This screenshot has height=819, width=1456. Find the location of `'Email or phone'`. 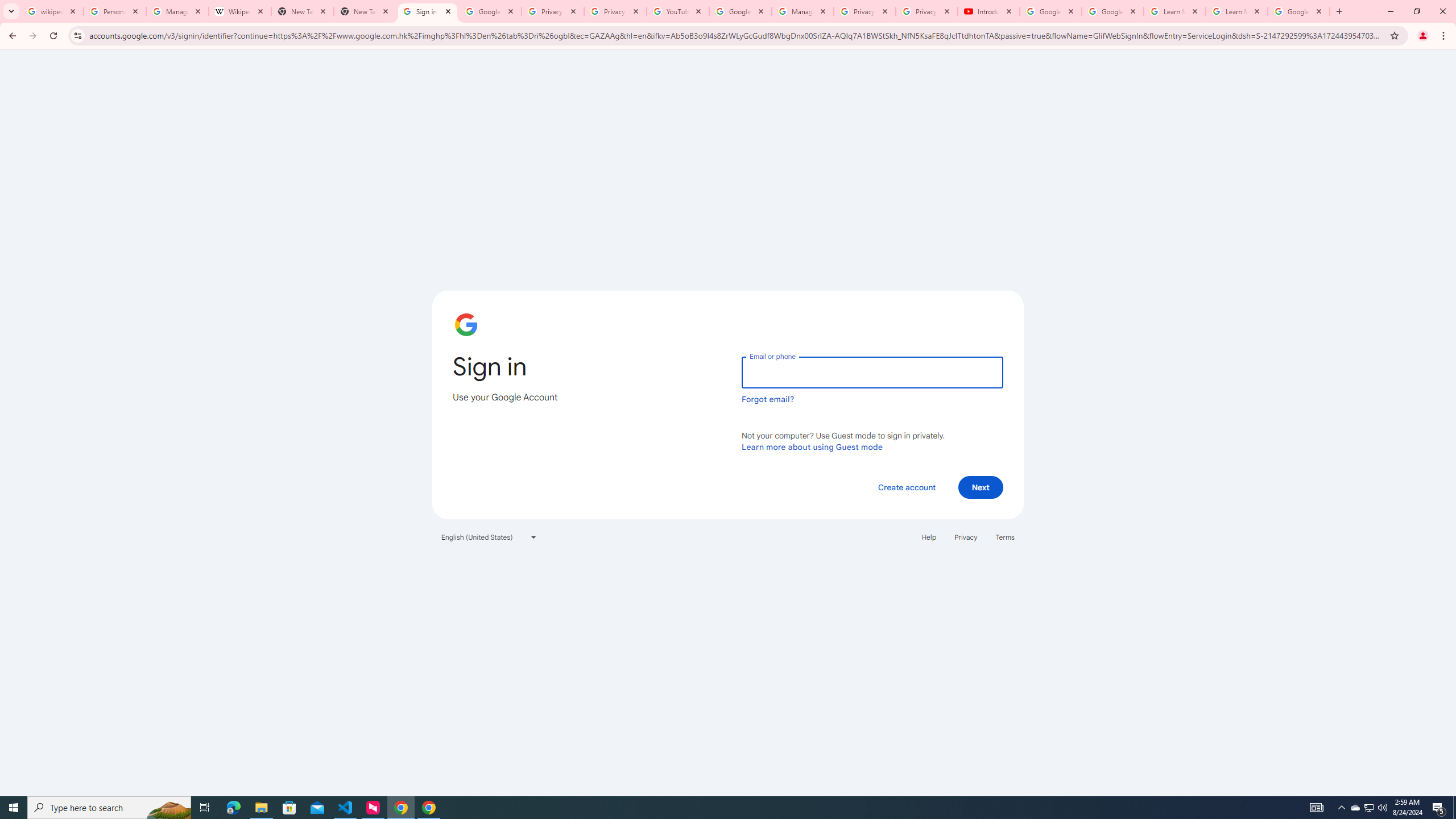

'Email or phone' is located at coordinates (871, 372).